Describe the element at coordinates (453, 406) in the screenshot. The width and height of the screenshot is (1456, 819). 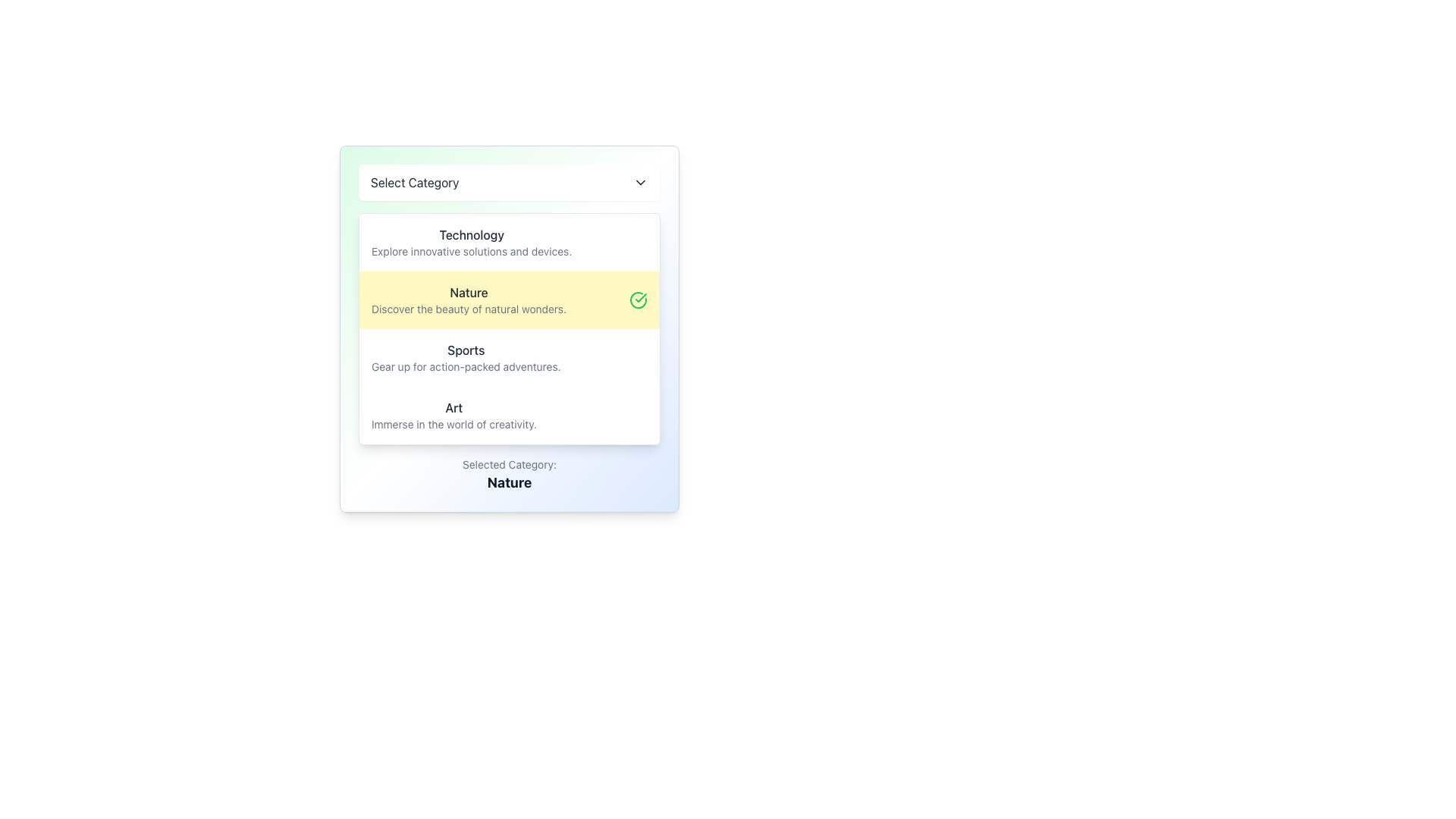
I see `category name displayed in the text label 'Art' located in the selectable list within the dropdown card` at that location.